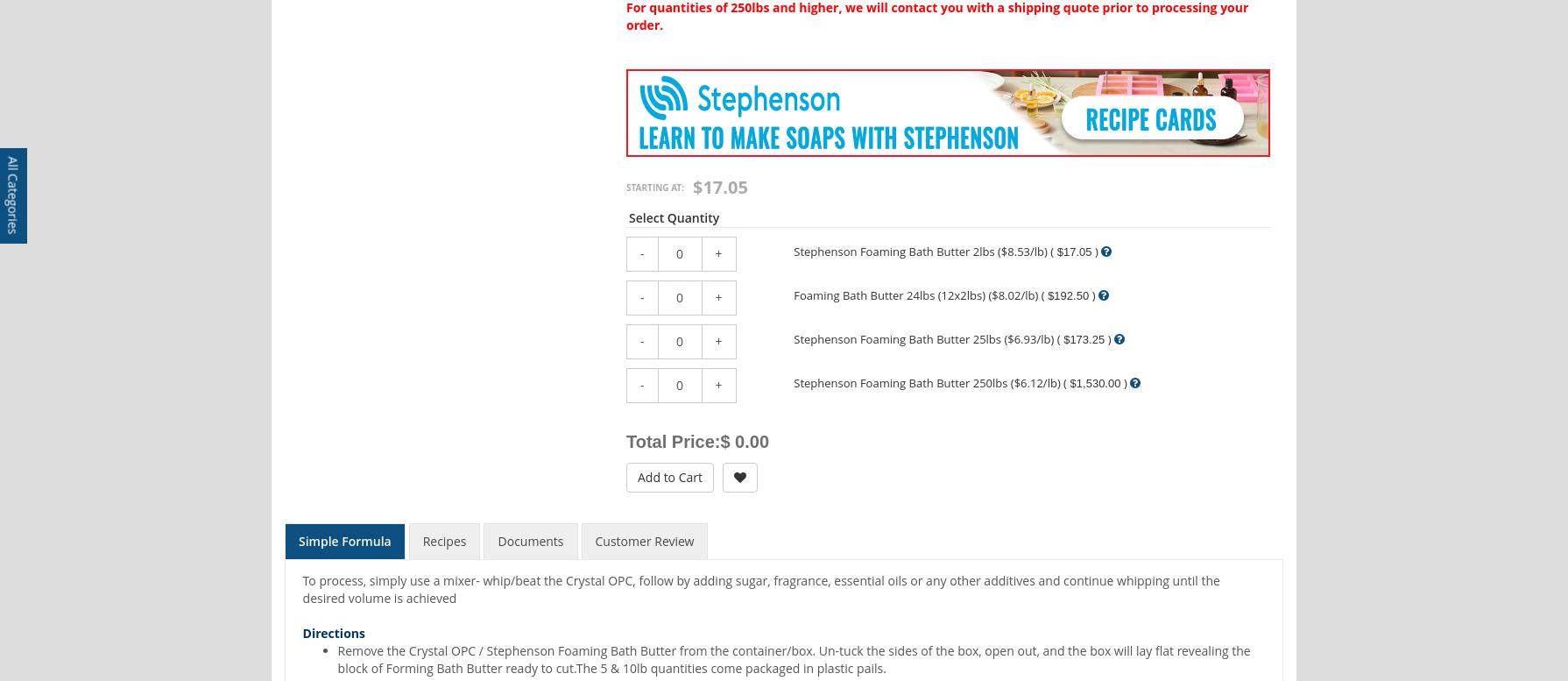  Describe the element at coordinates (718, 440) in the screenshot. I see `'$ 0.00'` at that location.